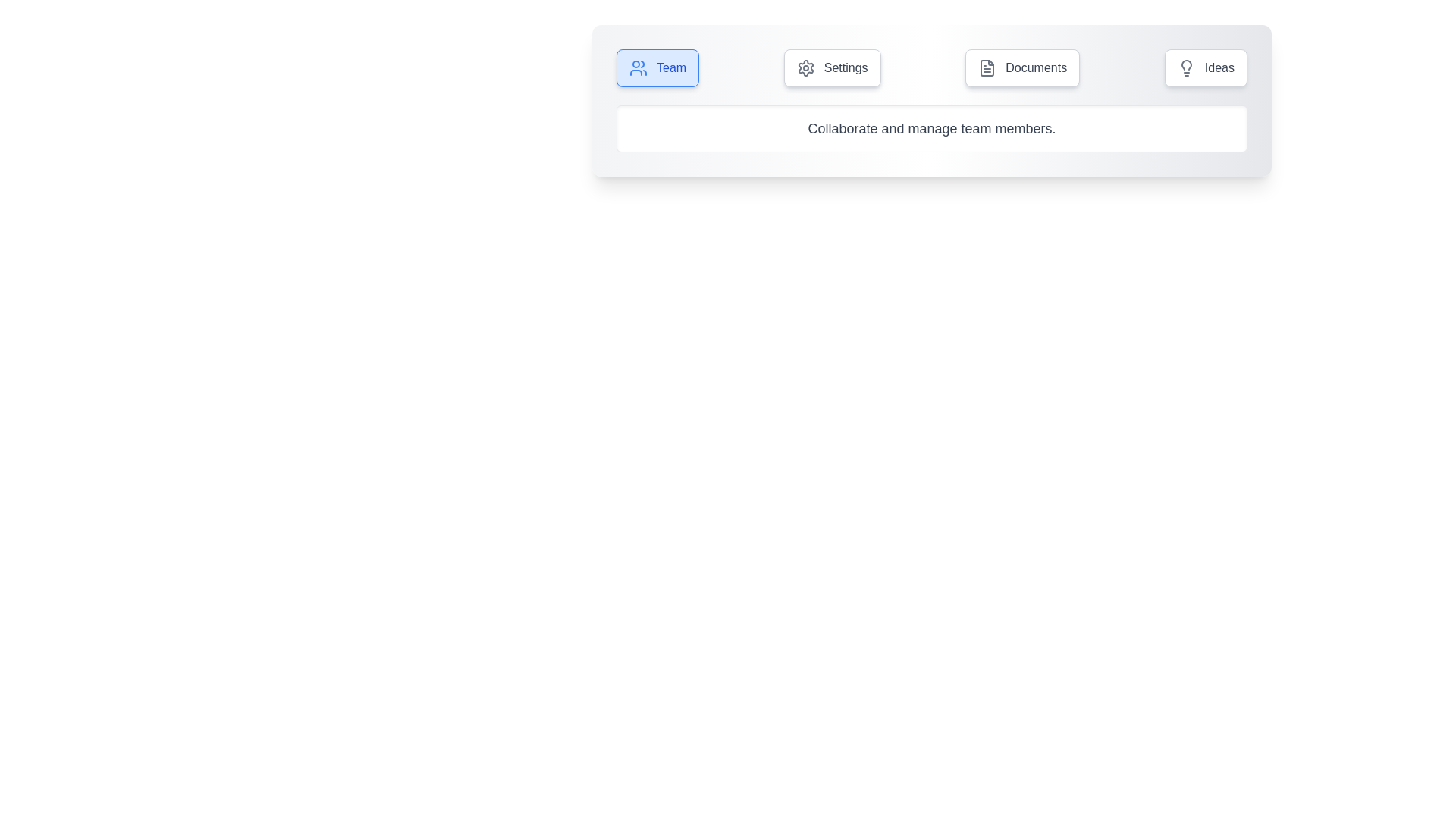 The image size is (1456, 819). What do you see at coordinates (1022, 67) in the screenshot?
I see `the tab labeled Documents to view its content` at bounding box center [1022, 67].